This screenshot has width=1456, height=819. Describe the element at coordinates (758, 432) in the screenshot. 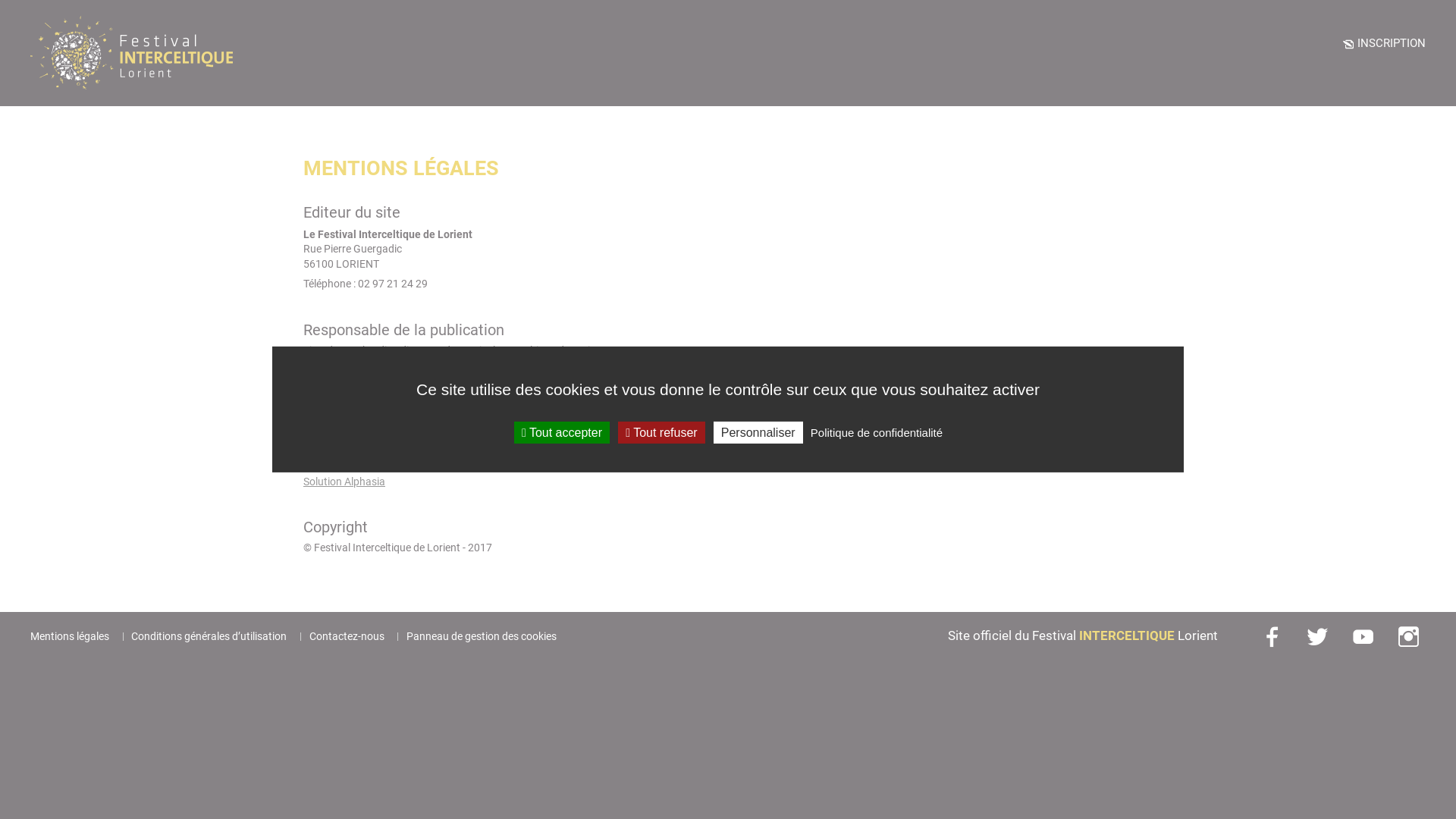

I see `'Personnaliser'` at that location.